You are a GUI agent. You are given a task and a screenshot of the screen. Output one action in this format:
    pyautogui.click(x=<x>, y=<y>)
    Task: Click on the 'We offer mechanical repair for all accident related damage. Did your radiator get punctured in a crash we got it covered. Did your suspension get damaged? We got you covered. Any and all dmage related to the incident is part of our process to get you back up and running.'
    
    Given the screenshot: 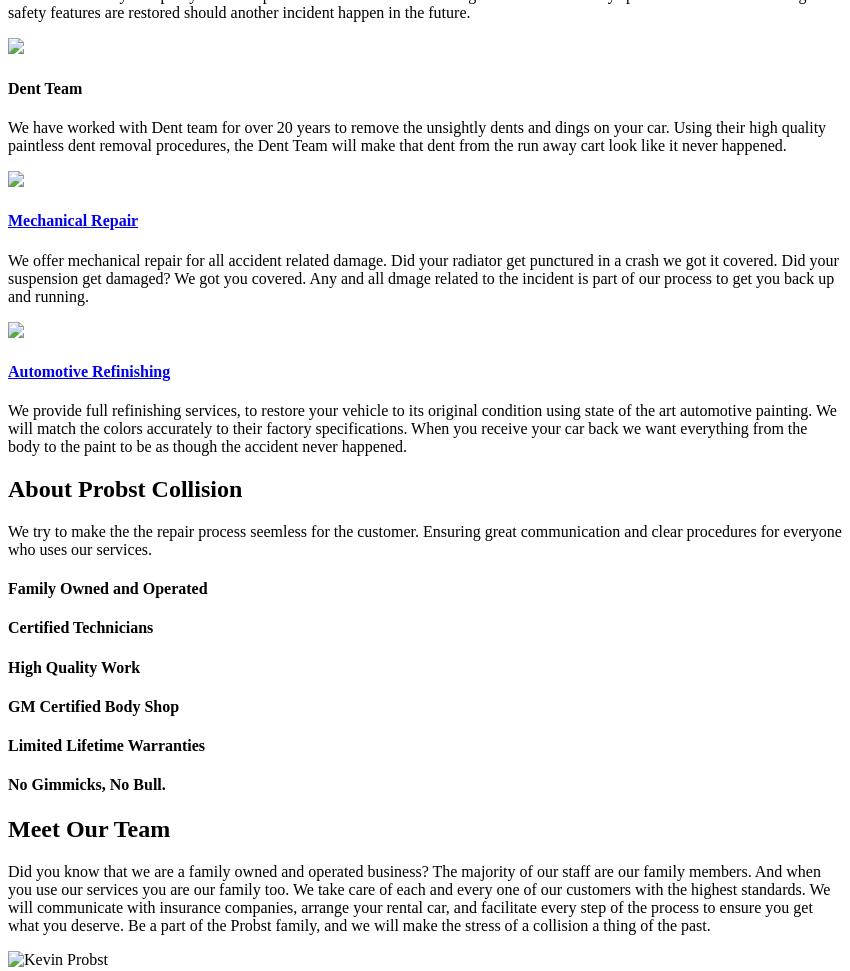 What is the action you would take?
    pyautogui.click(x=422, y=276)
    